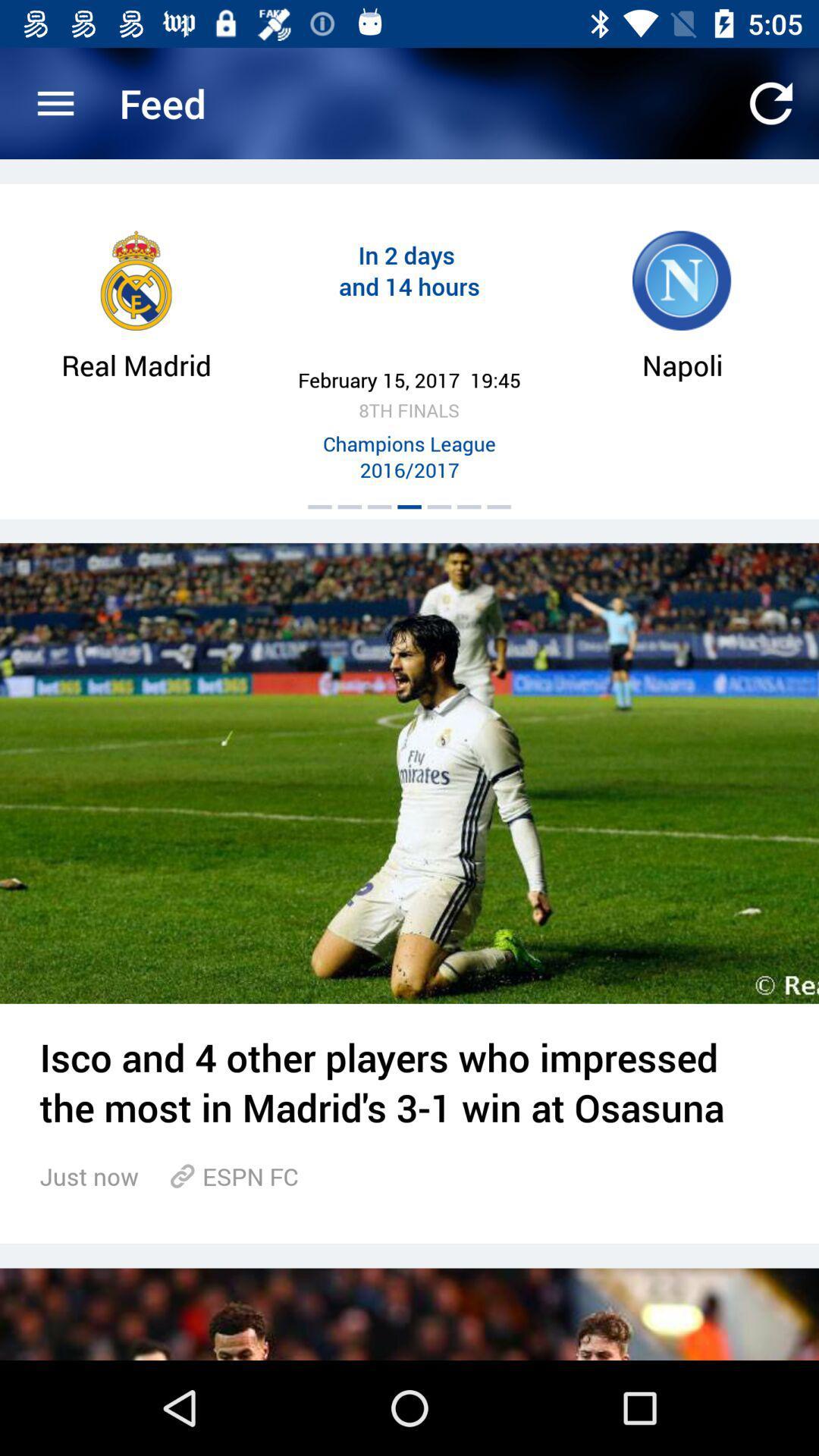  Describe the element at coordinates (55, 102) in the screenshot. I see `item to the left of feed icon` at that location.